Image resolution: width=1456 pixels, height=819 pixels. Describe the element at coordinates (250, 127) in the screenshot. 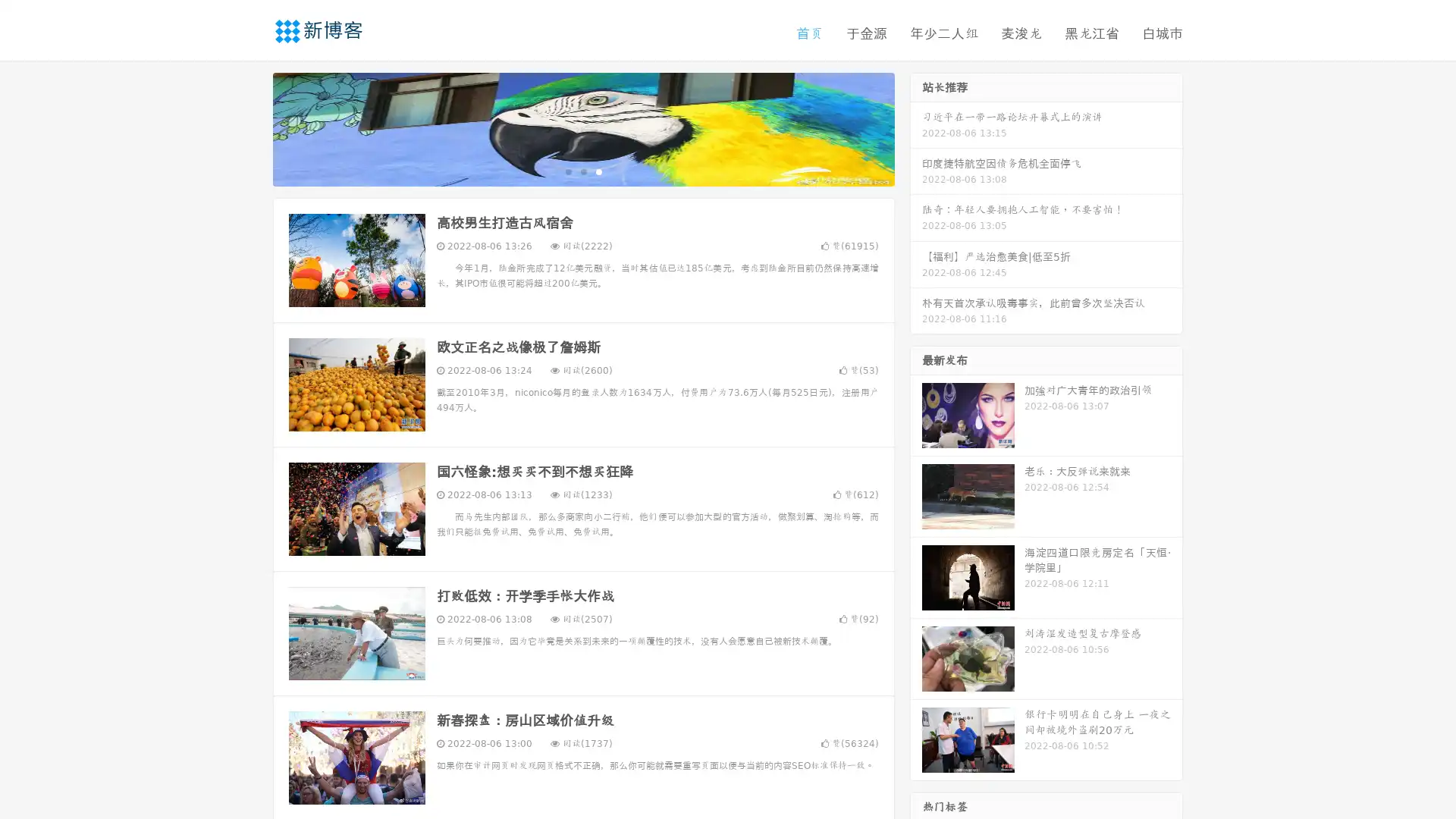

I see `Previous slide` at that location.